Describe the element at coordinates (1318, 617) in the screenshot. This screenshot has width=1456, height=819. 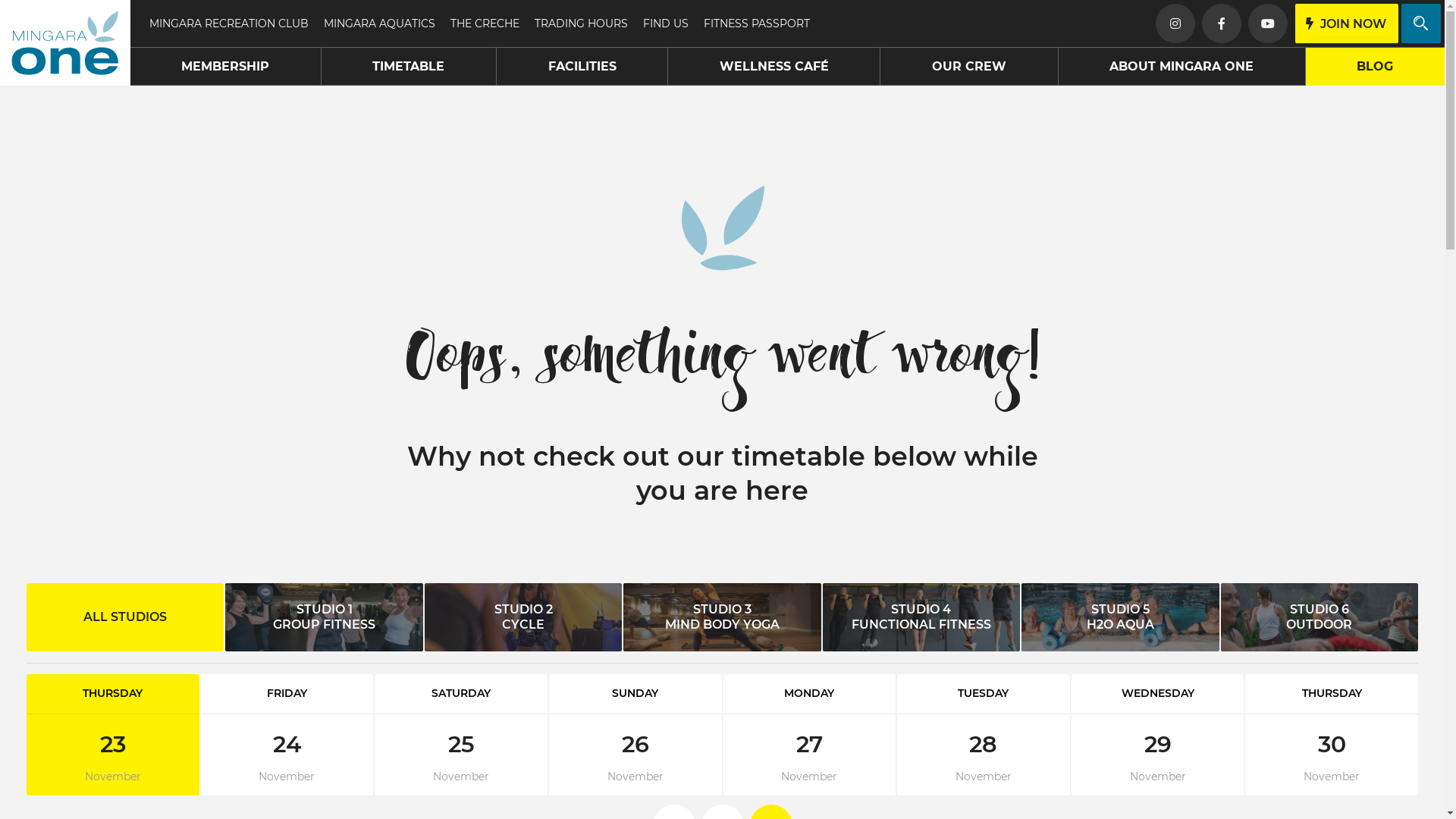
I see `'STUDIO 6` at that location.